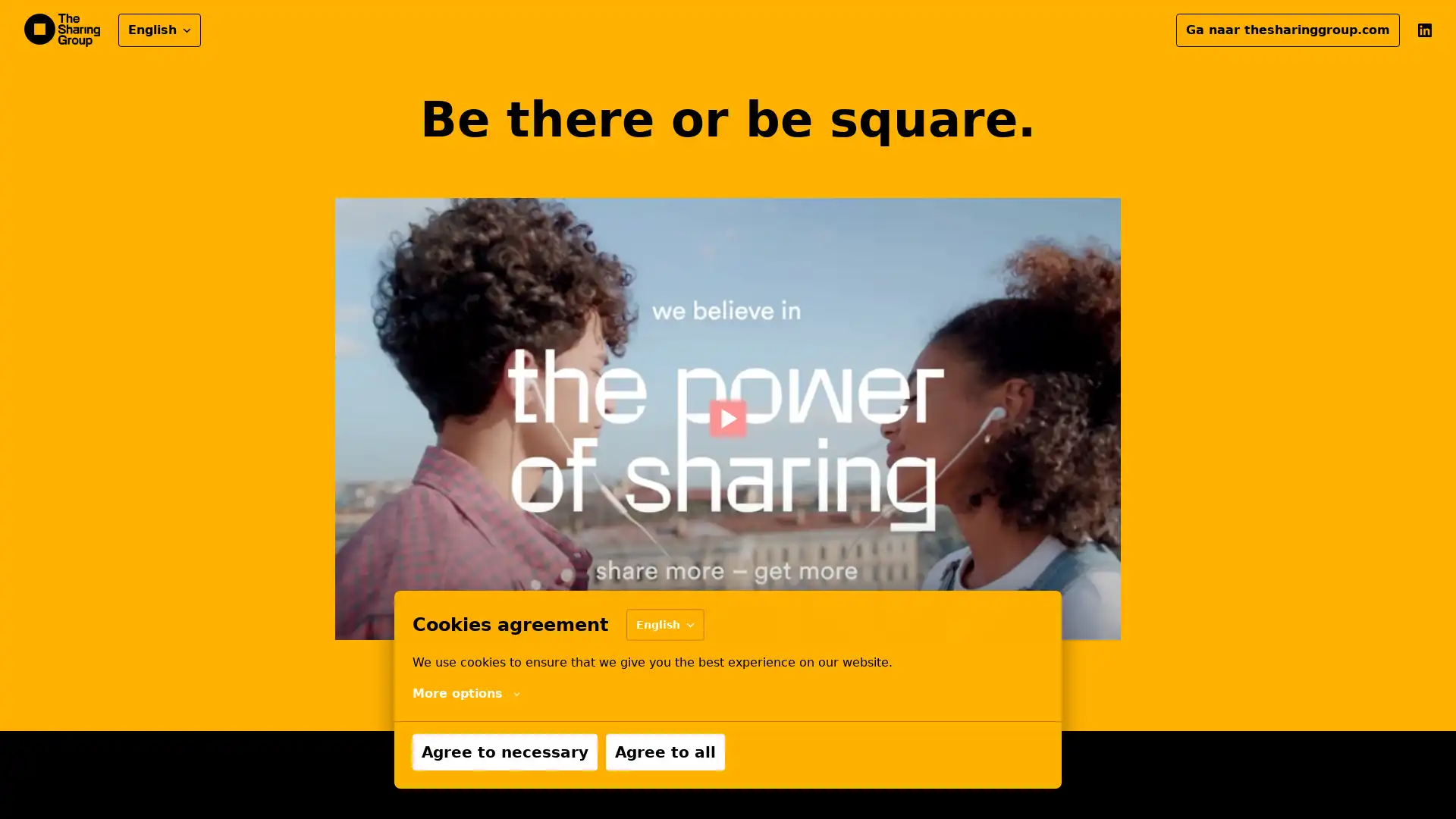 The image size is (1456, 819). I want to click on Play, so click(726, 418).